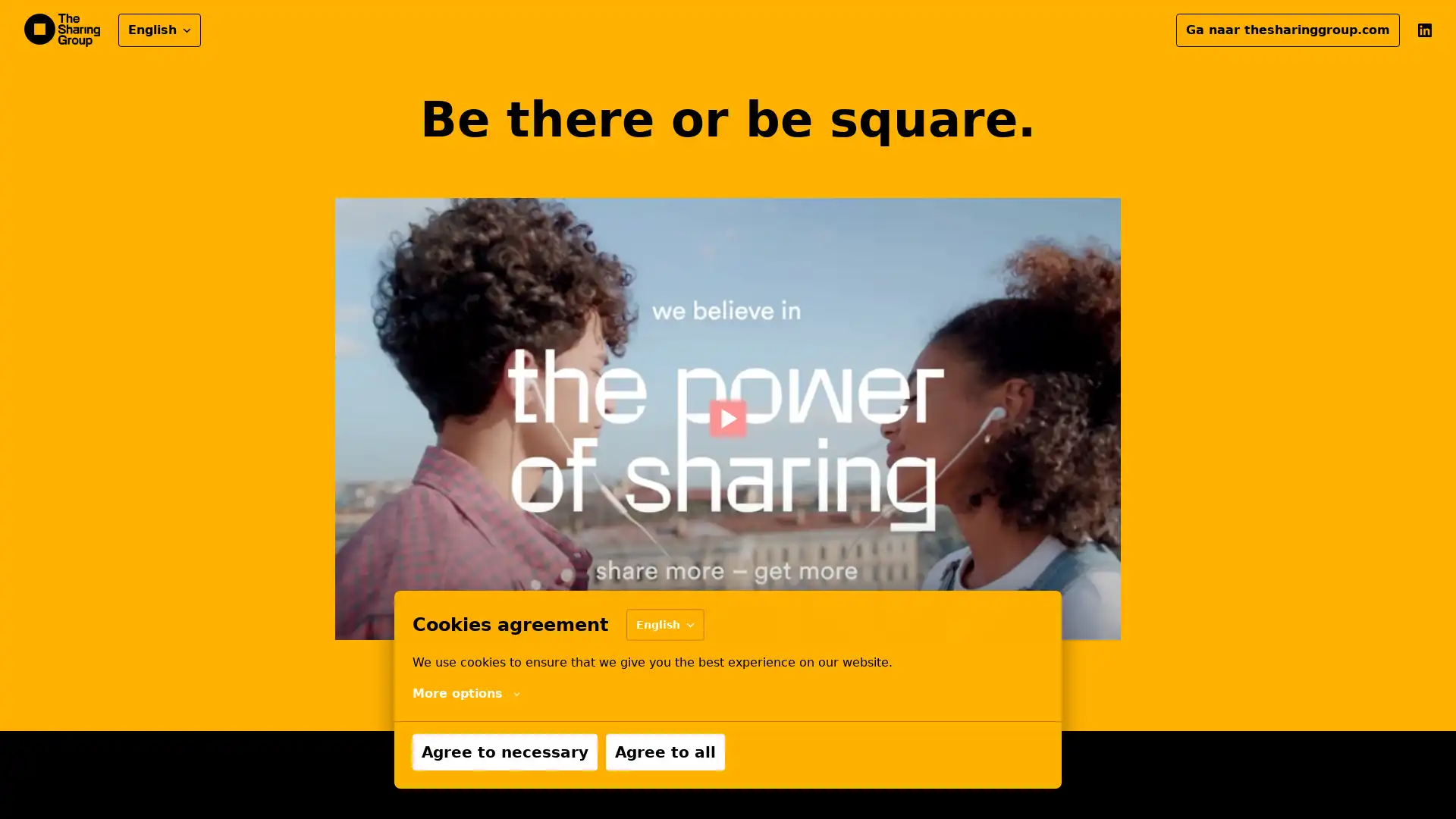 The image size is (1456, 819). I want to click on Play, so click(726, 418).